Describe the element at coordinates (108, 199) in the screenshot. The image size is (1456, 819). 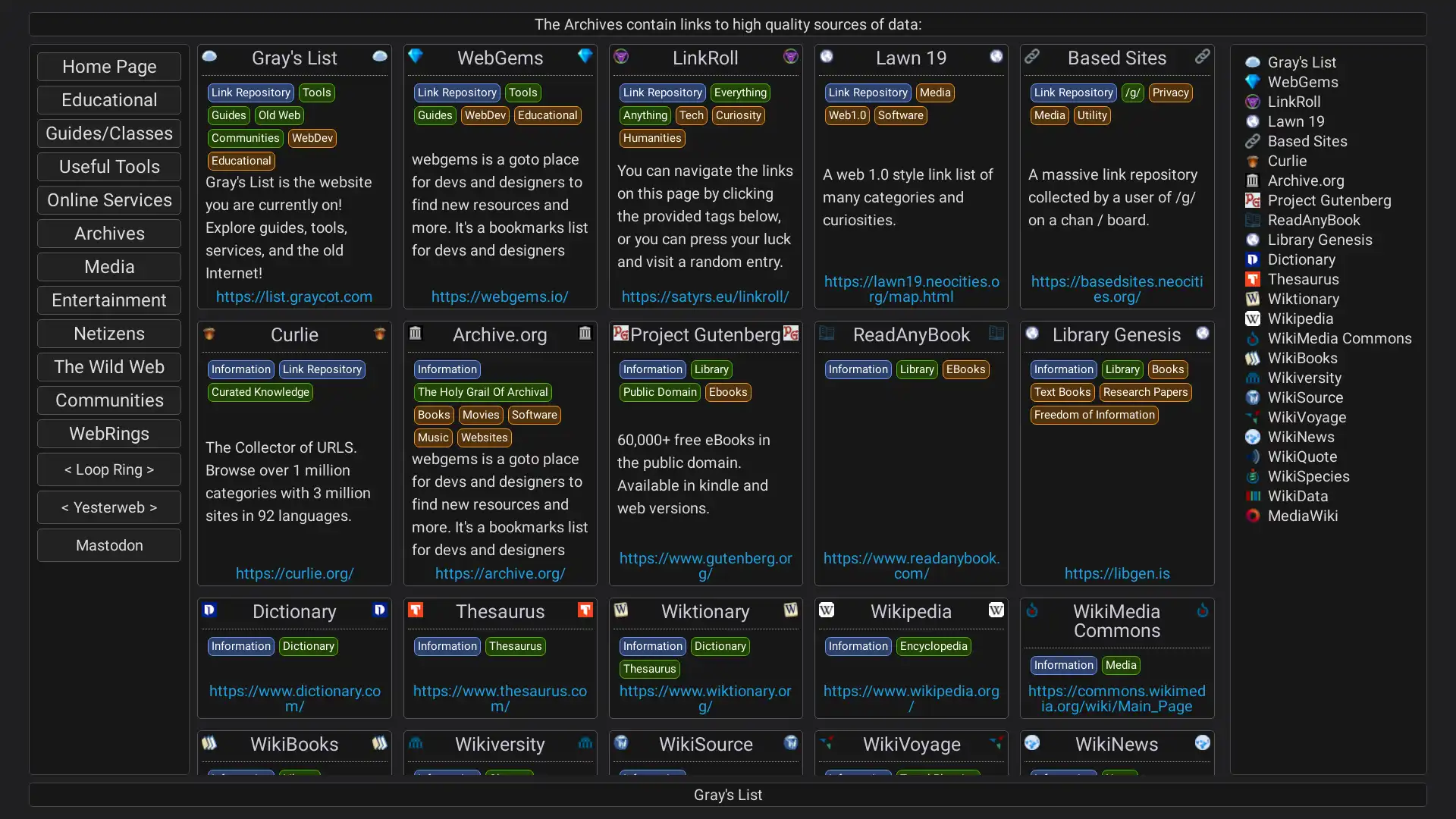
I see `Online Services` at that location.